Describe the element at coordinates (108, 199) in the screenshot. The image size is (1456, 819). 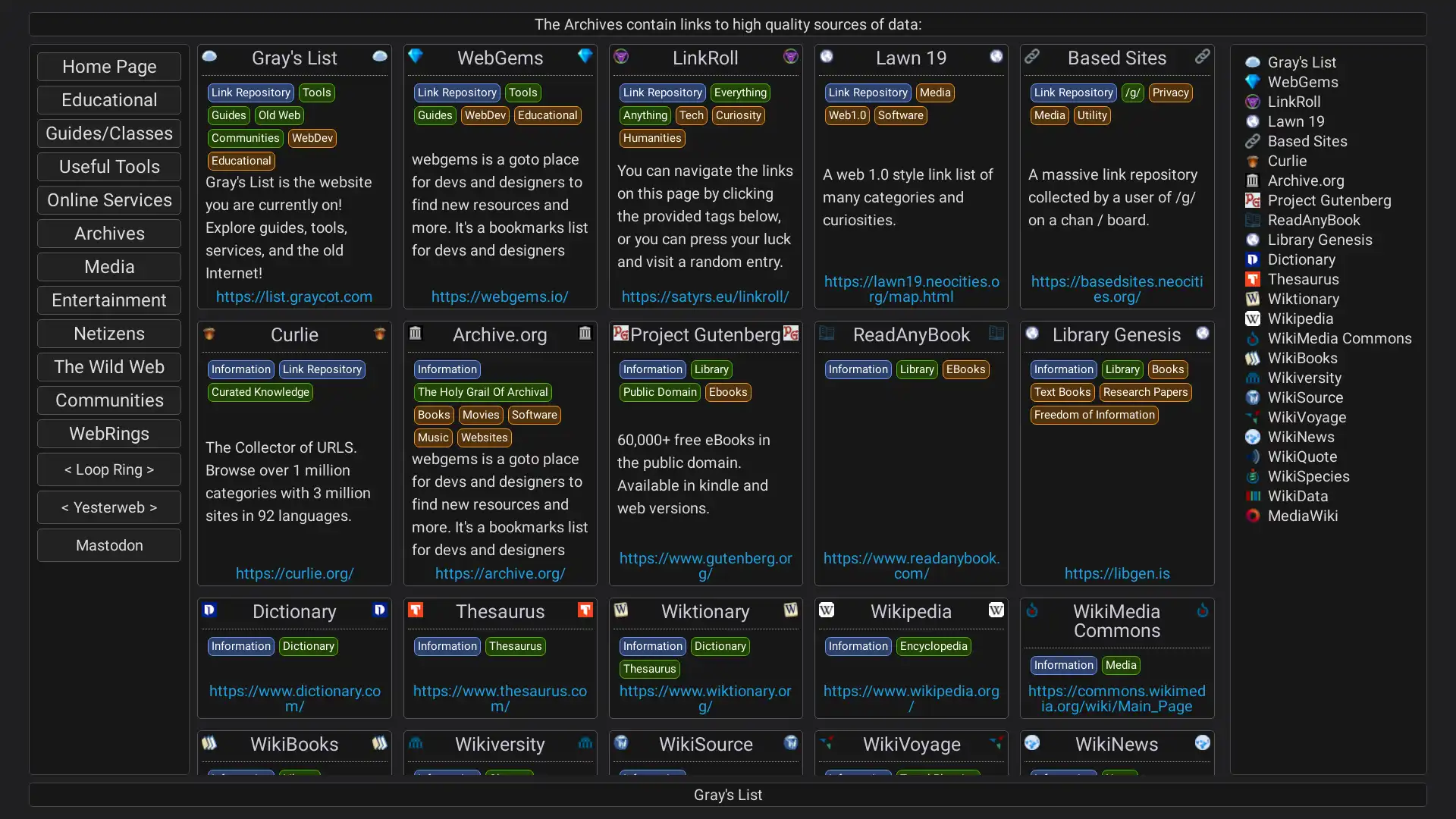
I see `Online Services` at that location.